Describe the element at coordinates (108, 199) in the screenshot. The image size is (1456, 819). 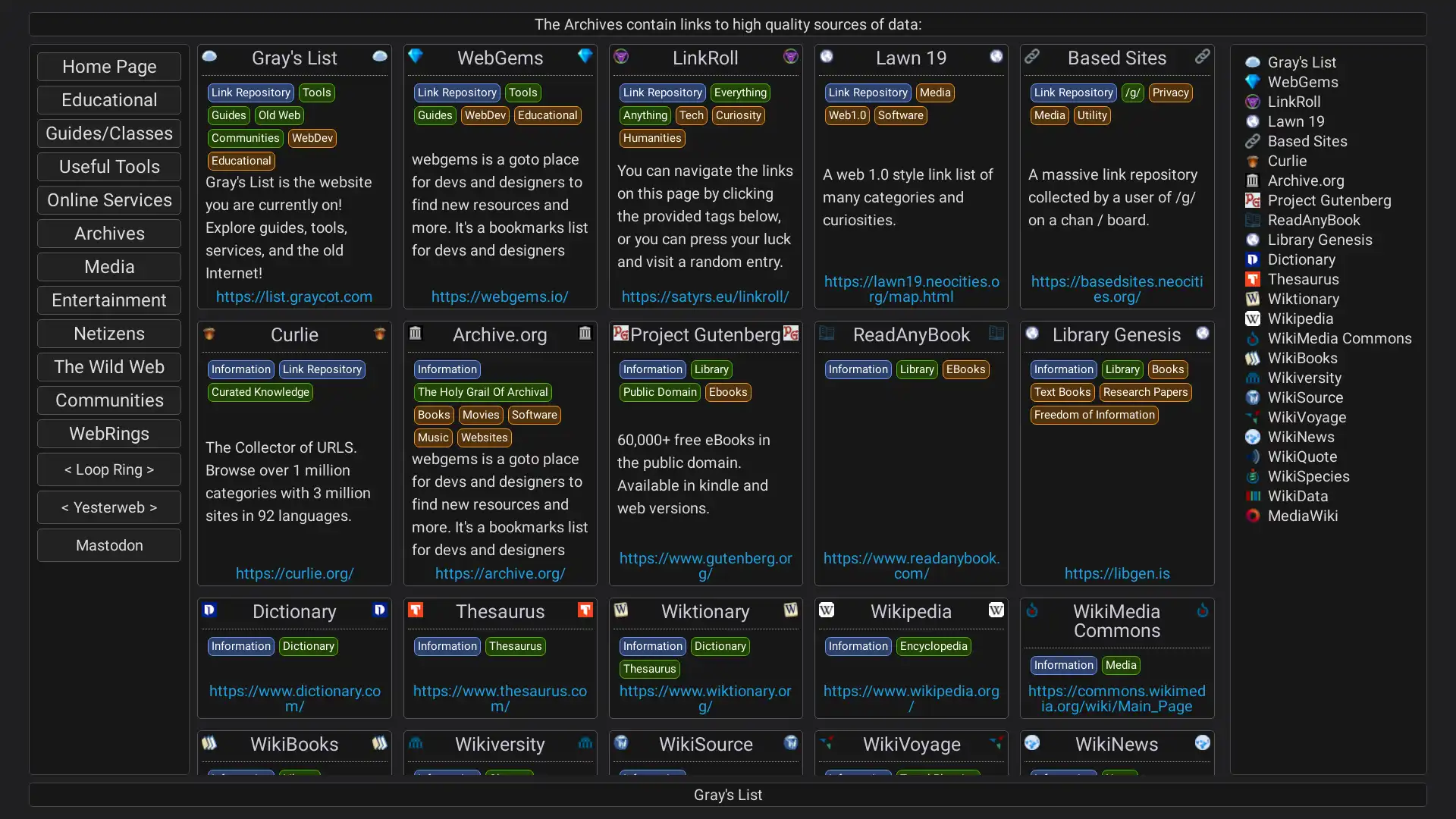
I see `Online Services` at that location.